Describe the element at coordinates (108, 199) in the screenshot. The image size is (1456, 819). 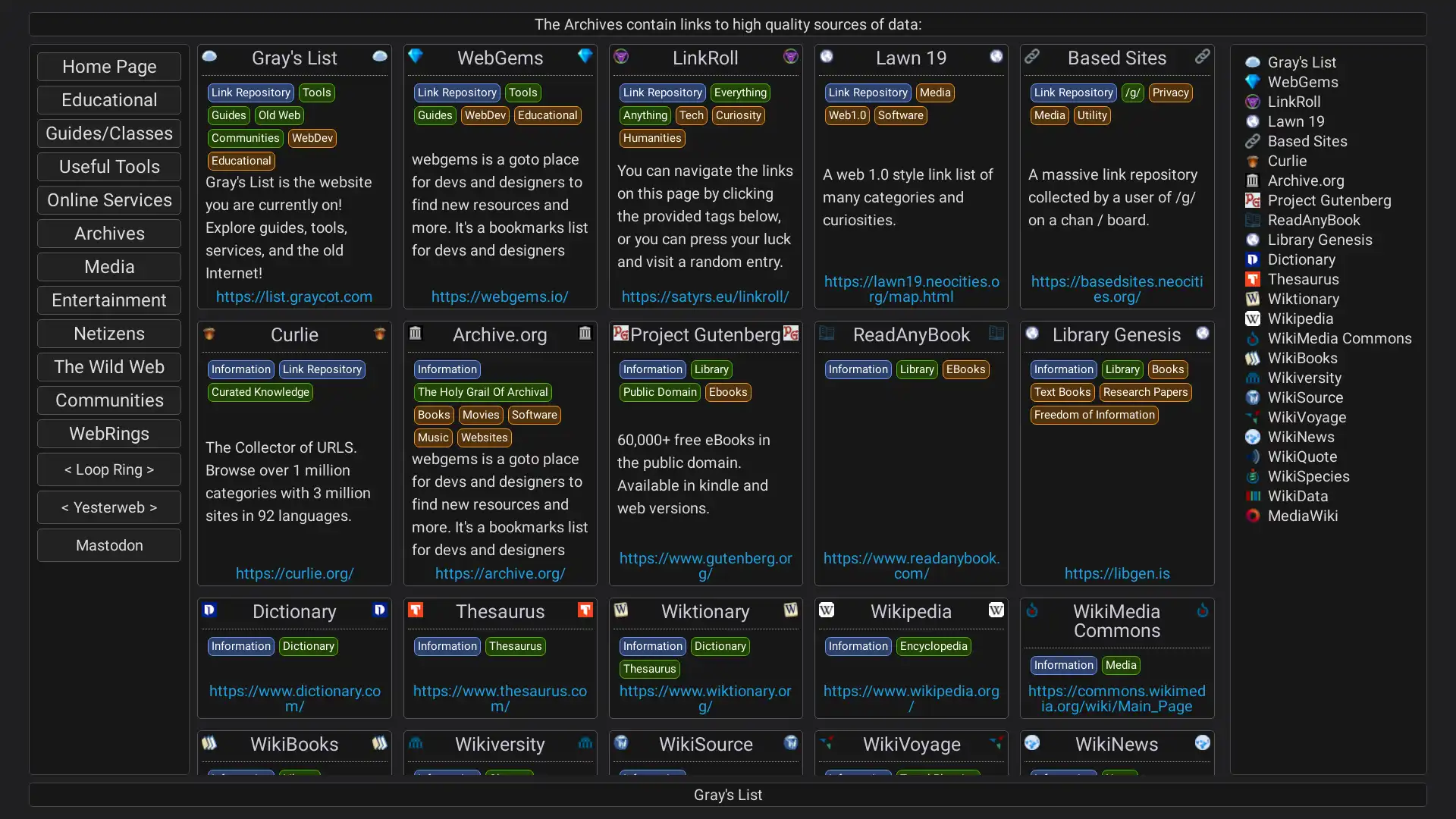
I see `Online Services` at that location.